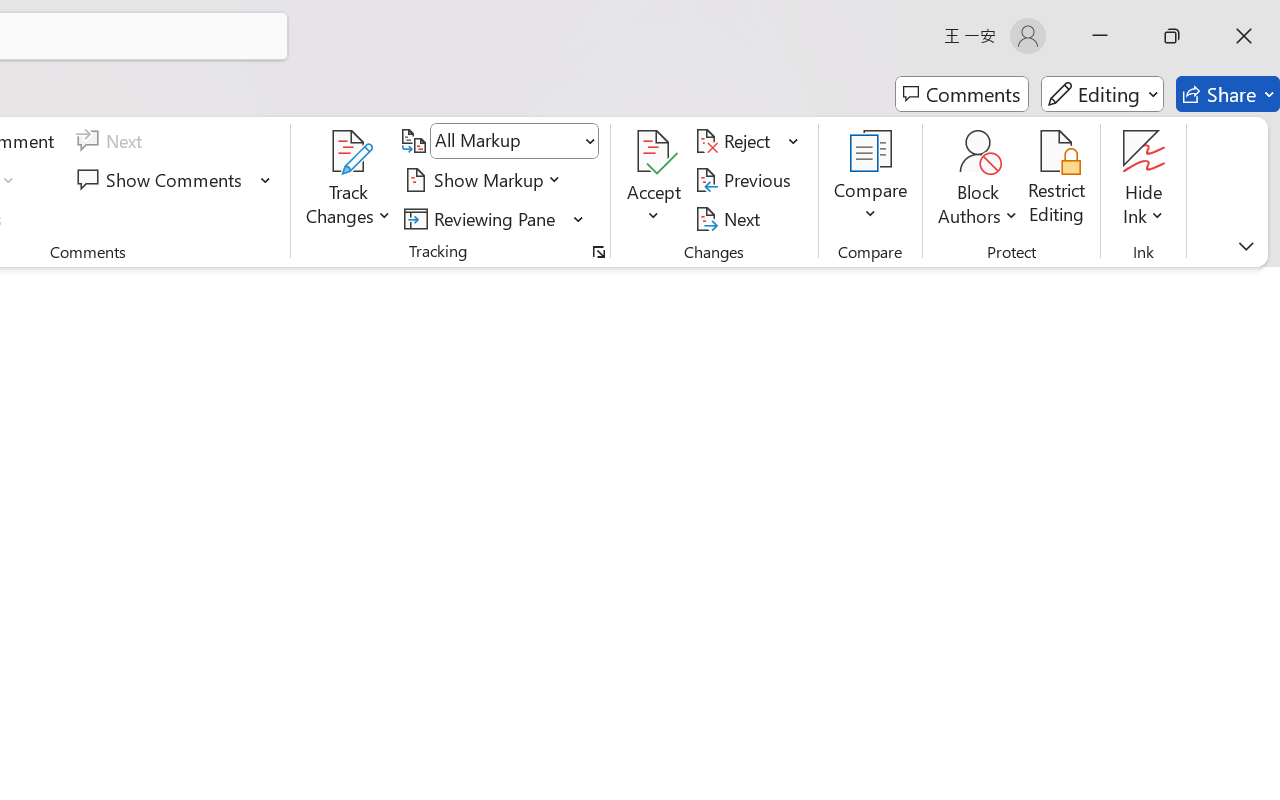 This screenshot has height=800, width=1280. I want to click on 'Hide Ink', so click(1144, 151).